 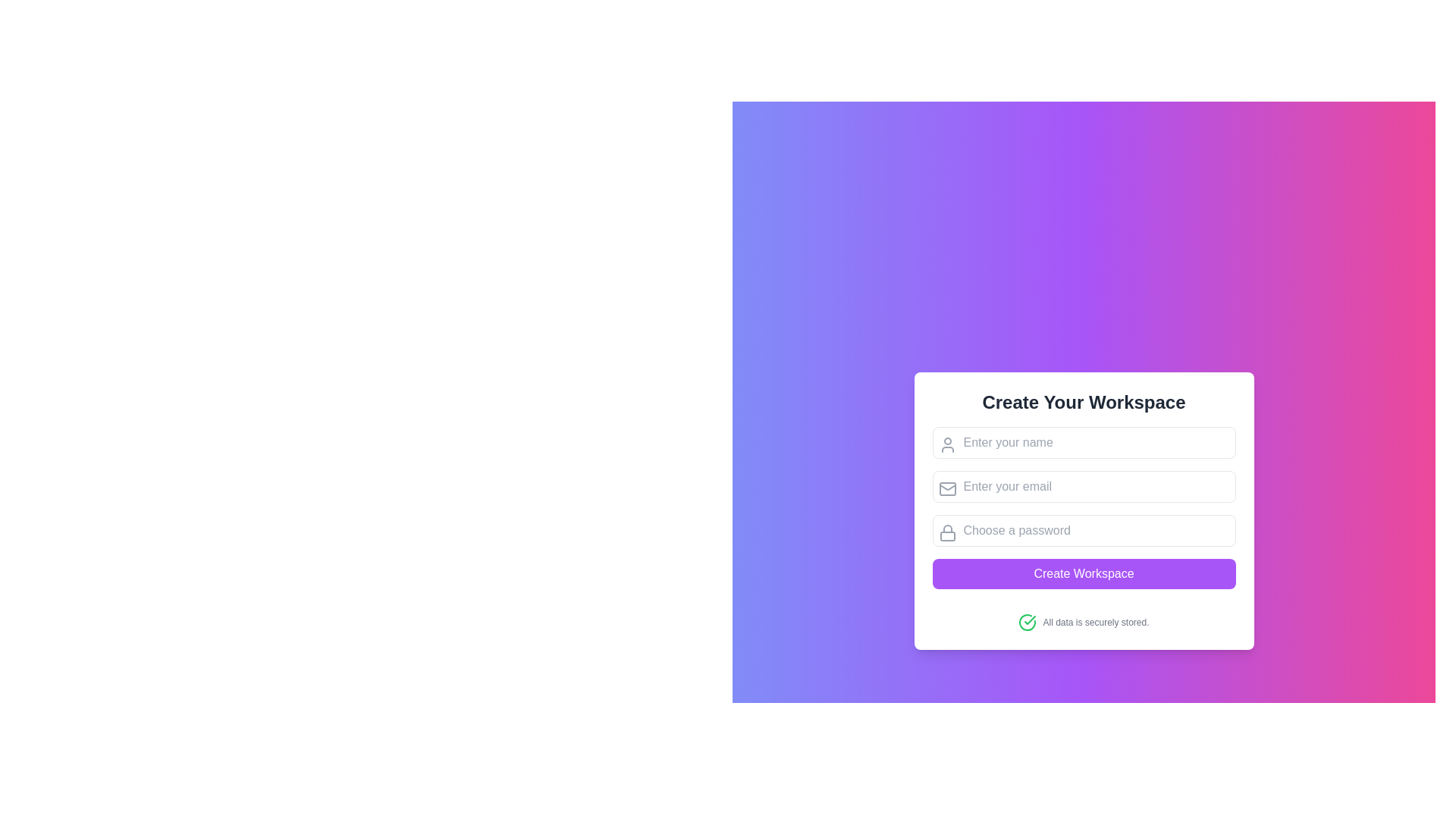 What do you see at coordinates (1096, 623) in the screenshot?
I see `text label that contains the phrase 'All data is securely stored.' which is styled with a small font size and gray color, located at the bottom of the card next to a green checkmark icon` at bounding box center [1096, 623].